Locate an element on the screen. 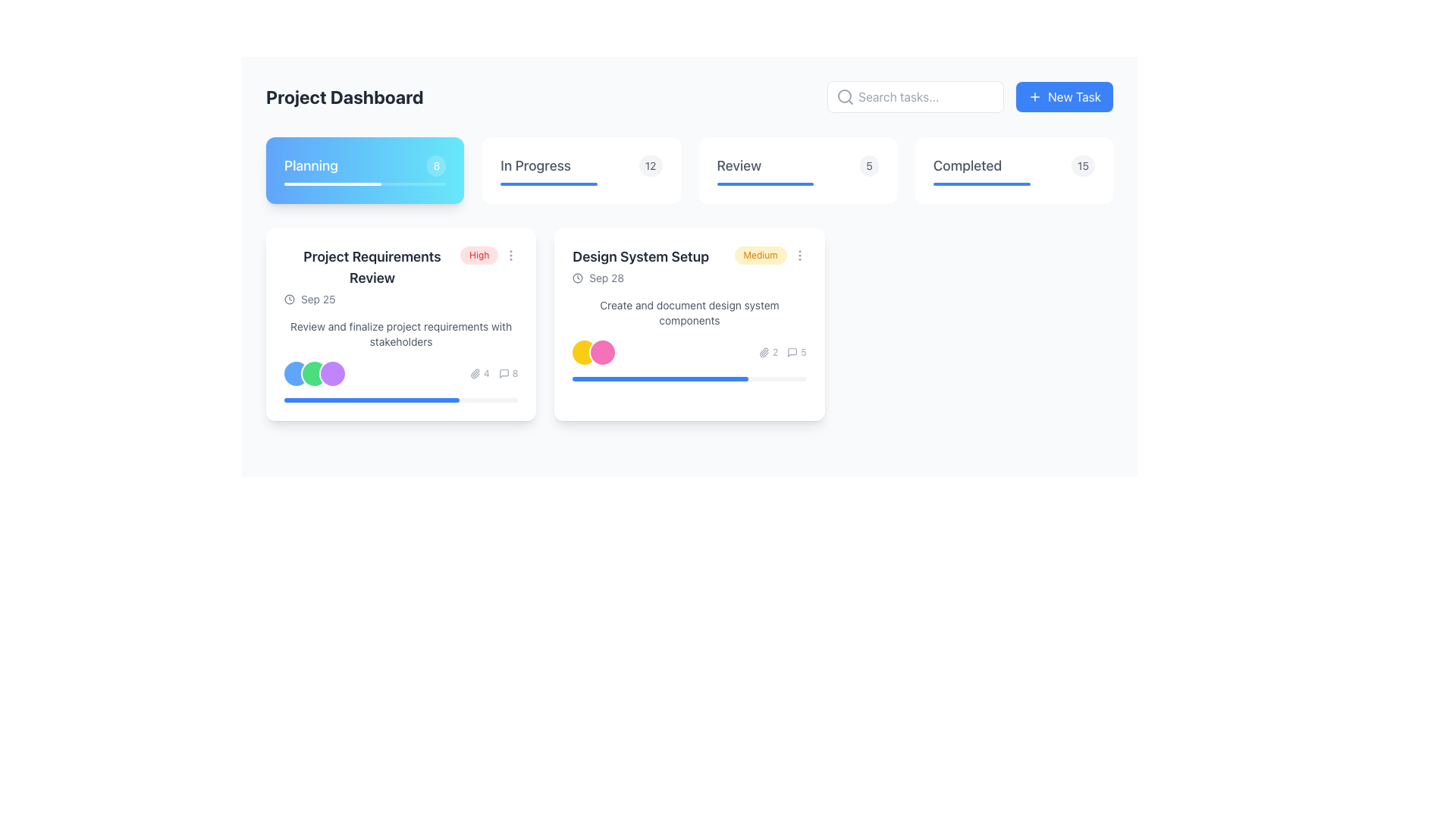  the static text block displaying 'Create and document design system components' within the 'Design System Setup' card is located at coordinates (689, 312).